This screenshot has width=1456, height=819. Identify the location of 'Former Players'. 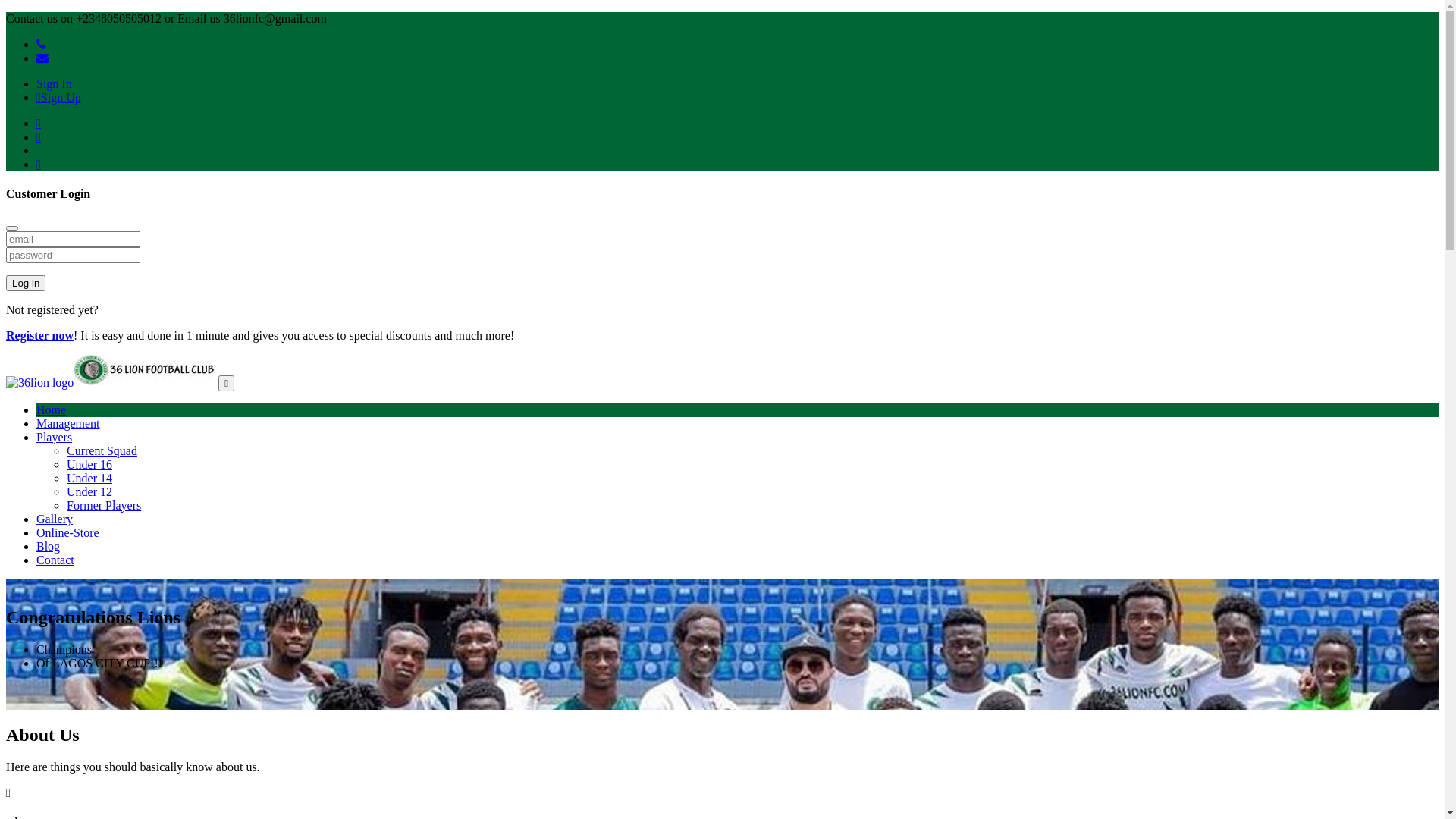
(103, 505).